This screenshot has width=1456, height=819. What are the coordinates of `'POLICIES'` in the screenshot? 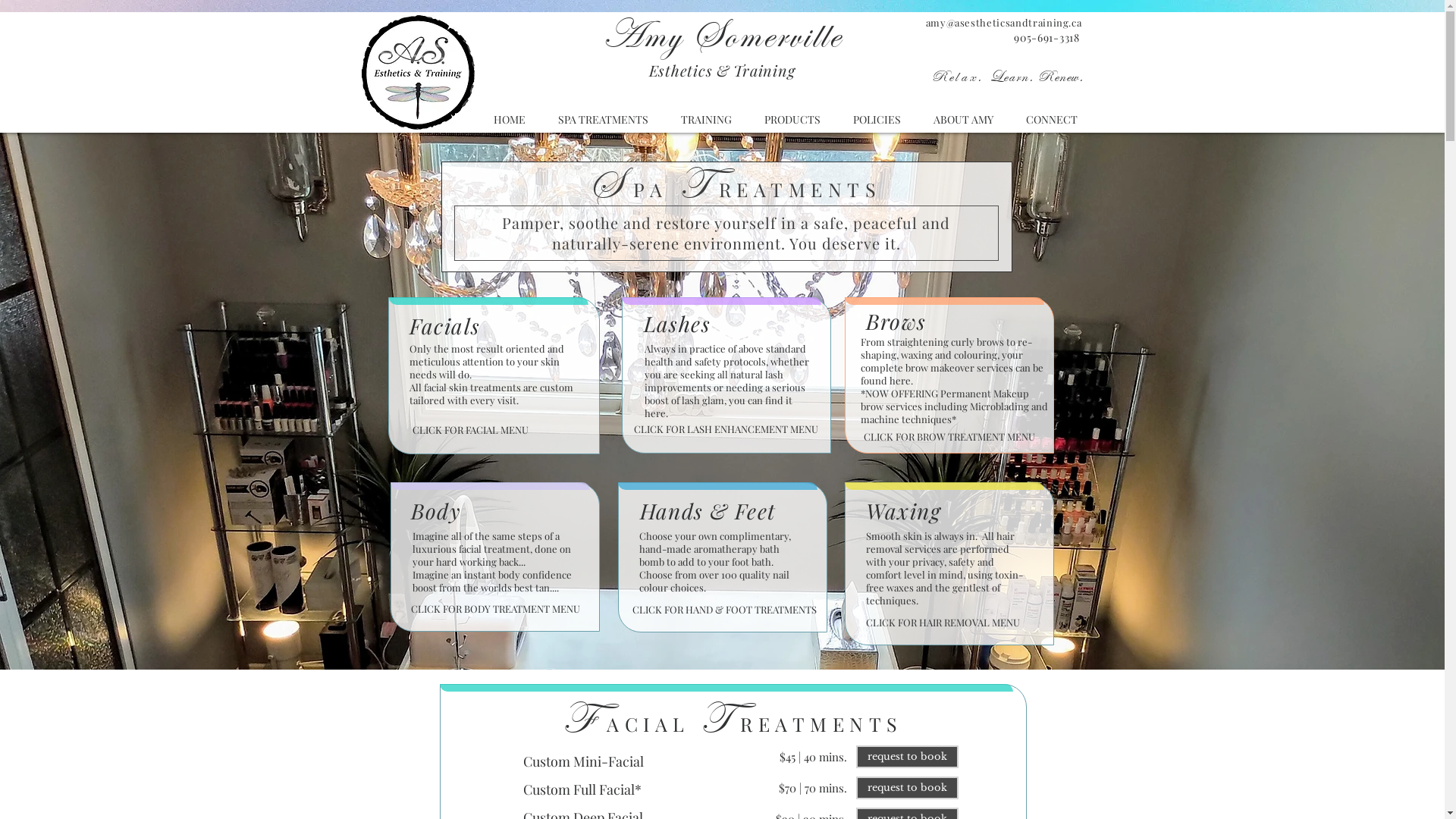 It's located at (877, 118).